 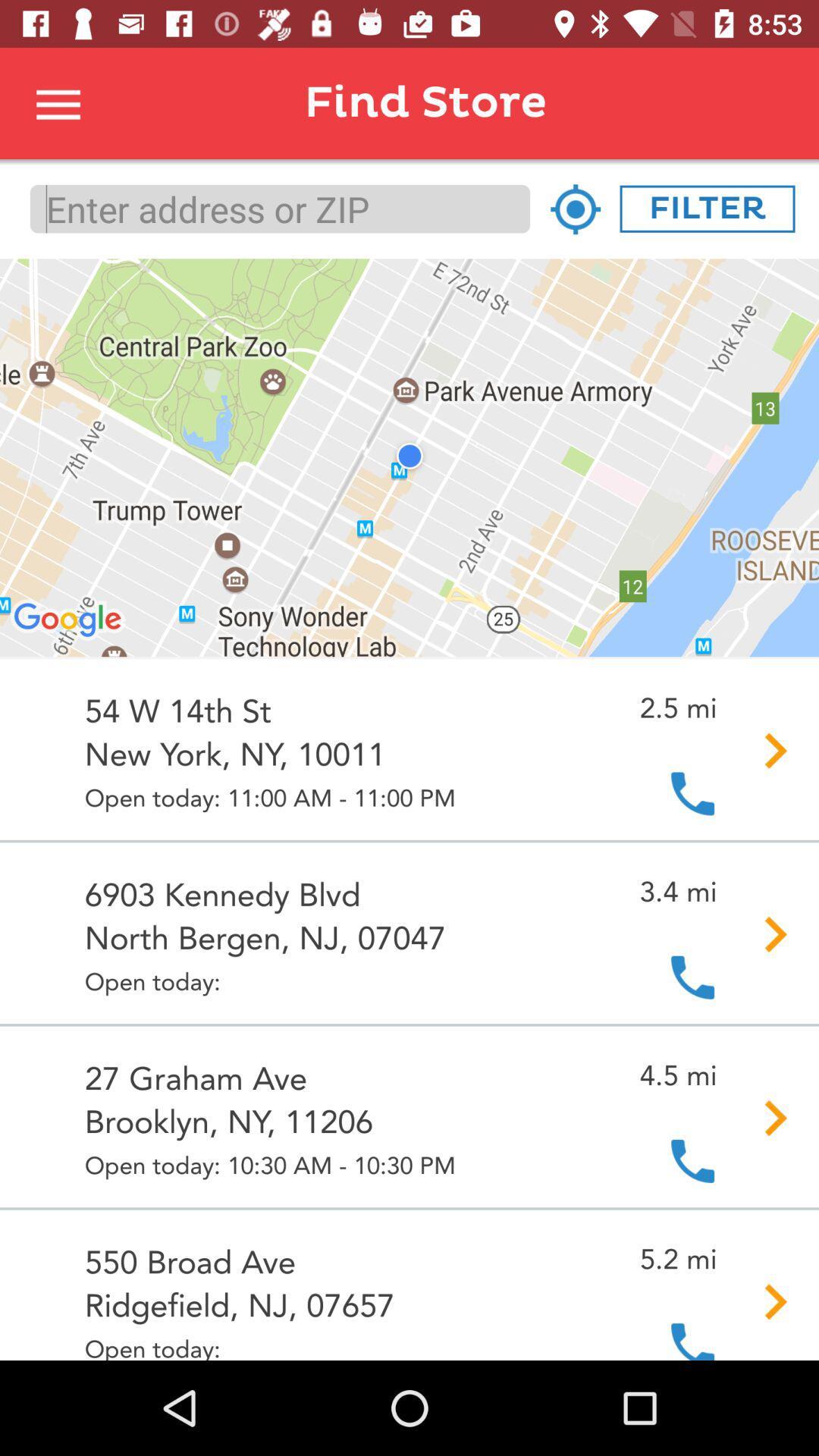 What do you see at coordinates (708, 209) in the screenshot?
I see `filter on the top right corner` at bounding box center [708, 209].